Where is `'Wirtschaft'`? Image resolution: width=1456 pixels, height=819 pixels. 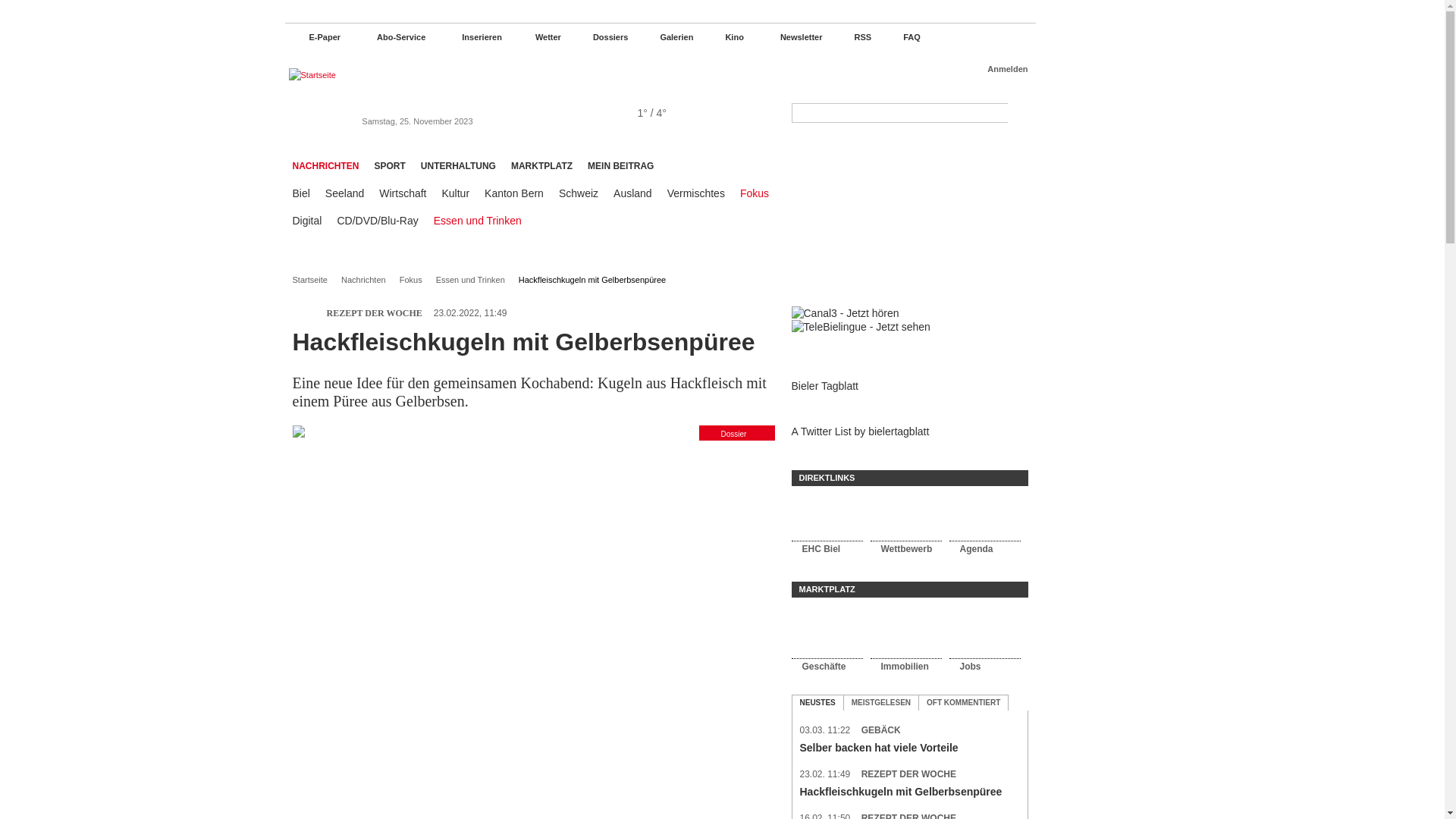
'Wirtschaft' is located at coordinates (403, 192).